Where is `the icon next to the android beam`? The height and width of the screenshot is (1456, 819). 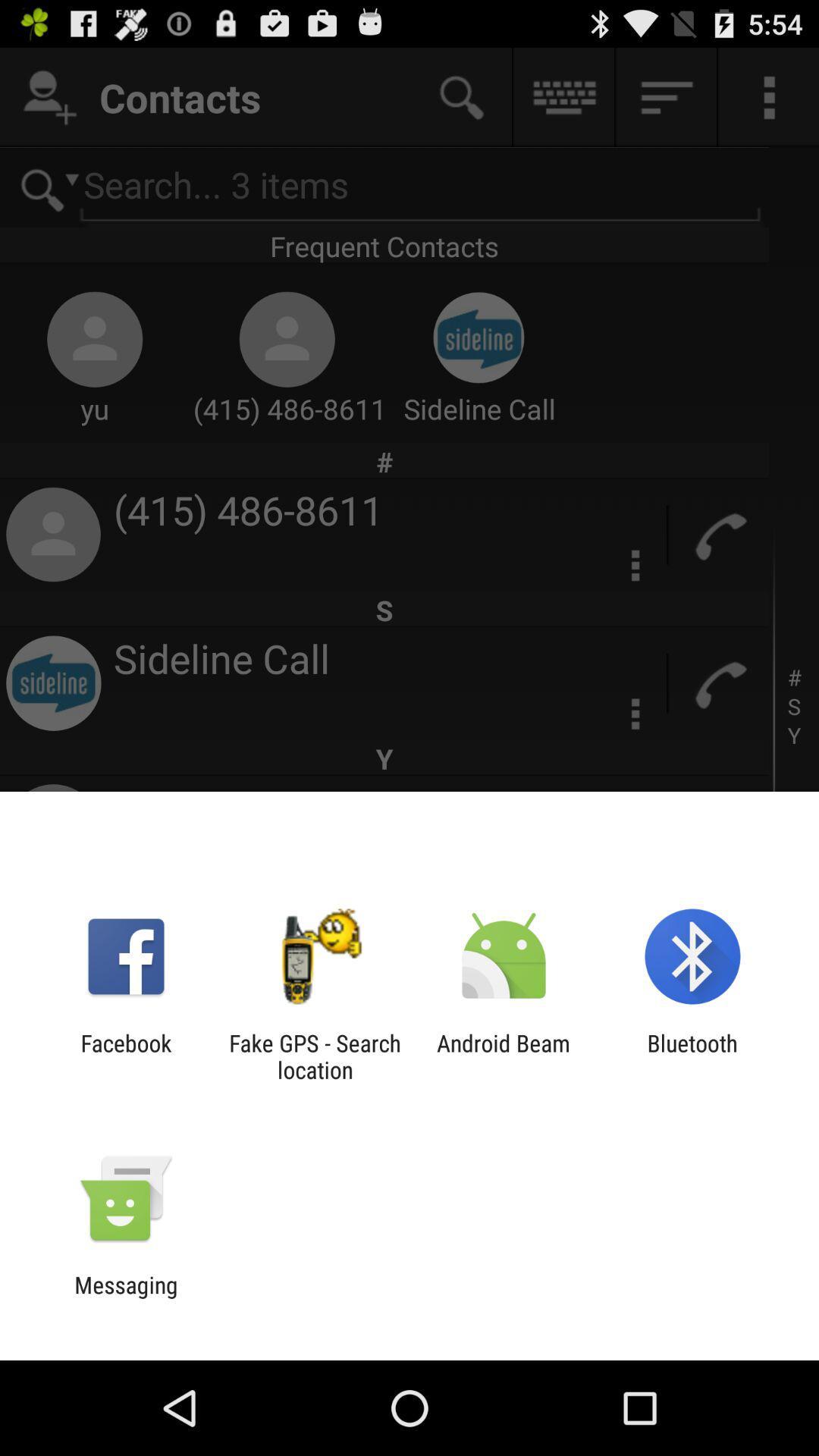
the icon next to the android beam is located at coordinates (314, 1056).